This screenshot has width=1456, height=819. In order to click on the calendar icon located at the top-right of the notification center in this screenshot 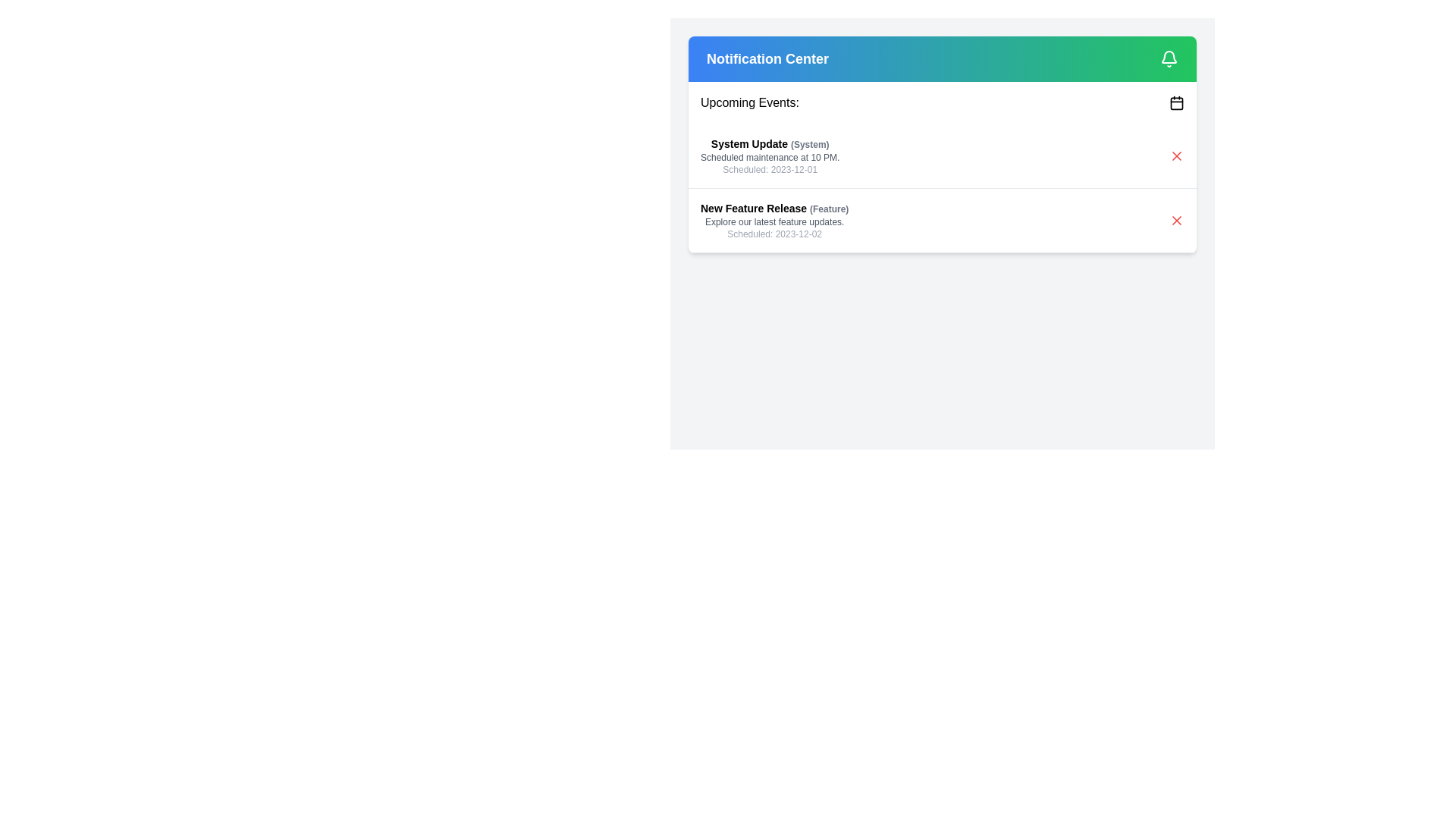, I will do `click(1175, 102)`.